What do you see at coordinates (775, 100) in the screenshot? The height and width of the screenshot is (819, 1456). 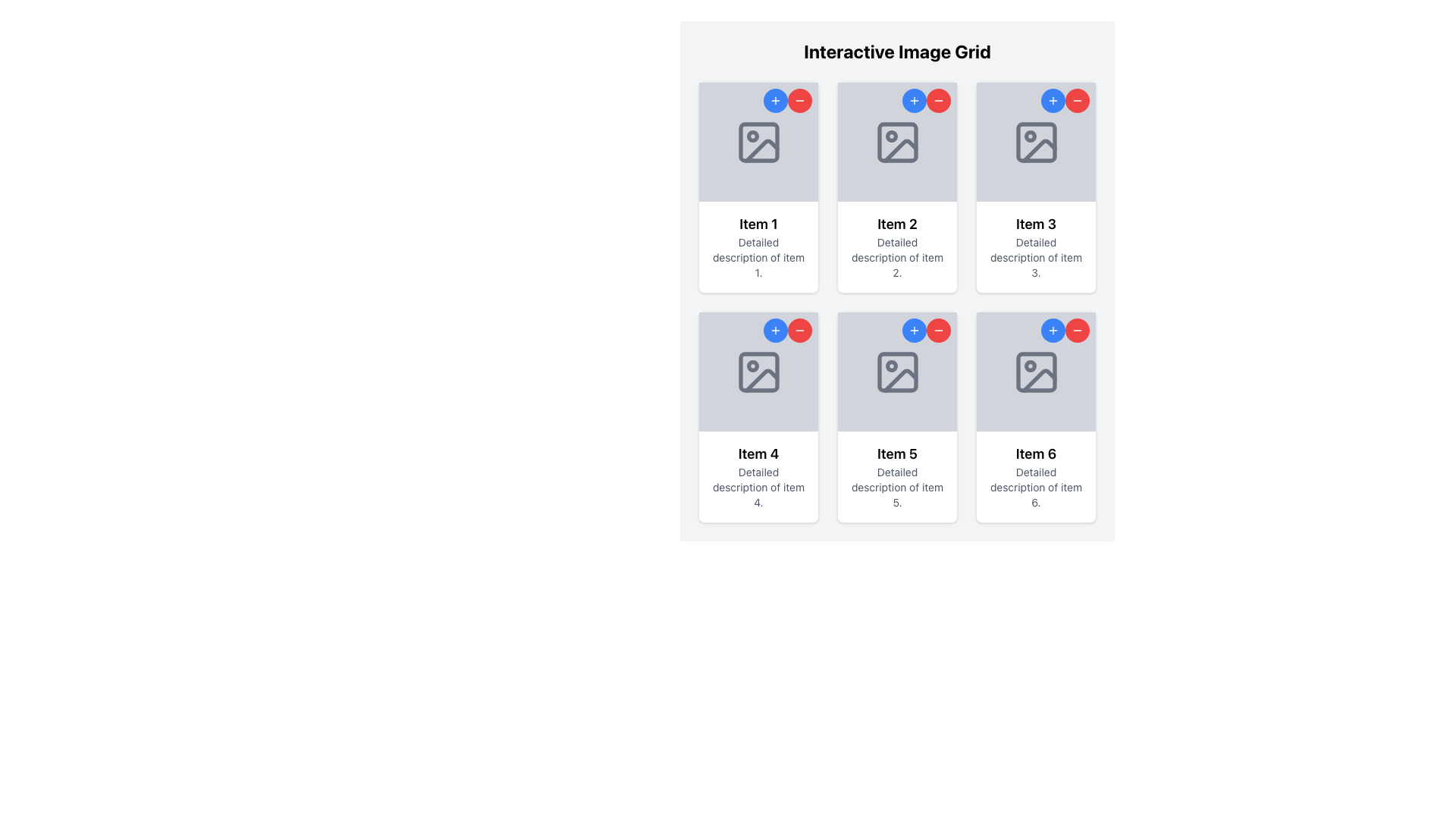 I see `the control button located in the upper-left region of the first item's card` at bounding box center [775, 100].